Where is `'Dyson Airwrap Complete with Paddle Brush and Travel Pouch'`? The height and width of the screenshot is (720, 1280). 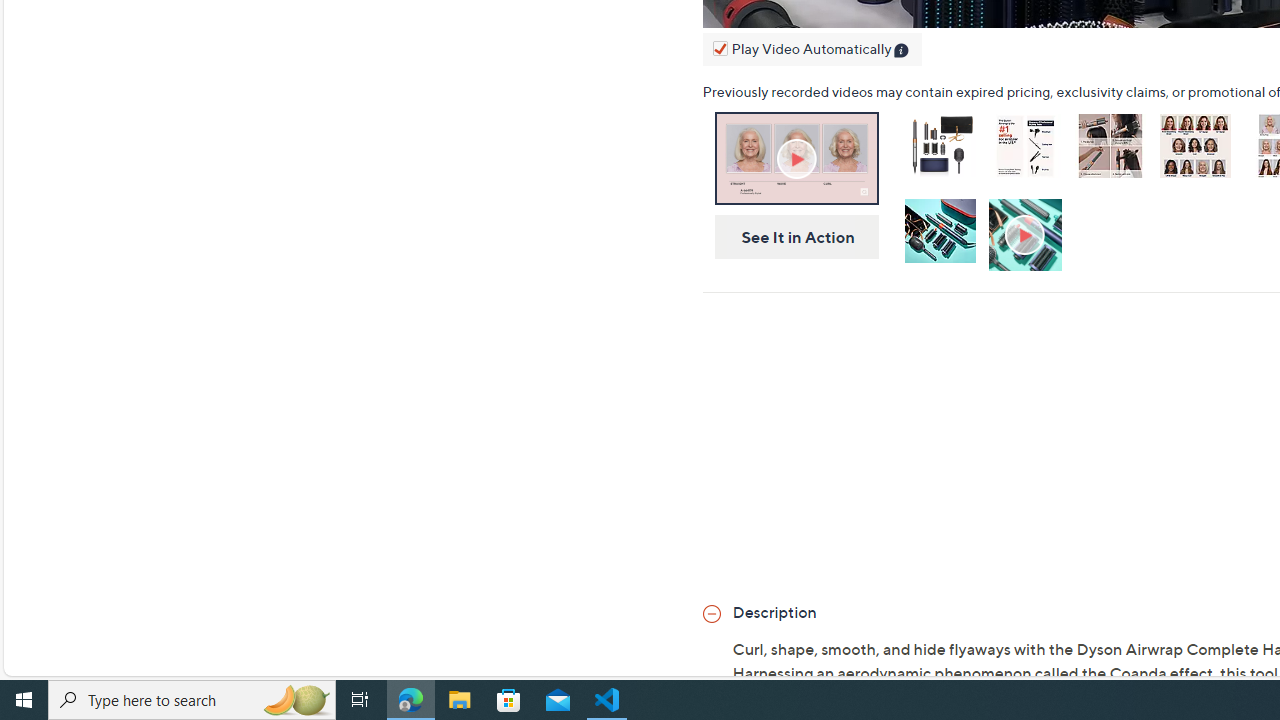
'Dyson Airwrap Complete with Paddle Brush and Travel Pouch' is located at coordinates (938, 144).